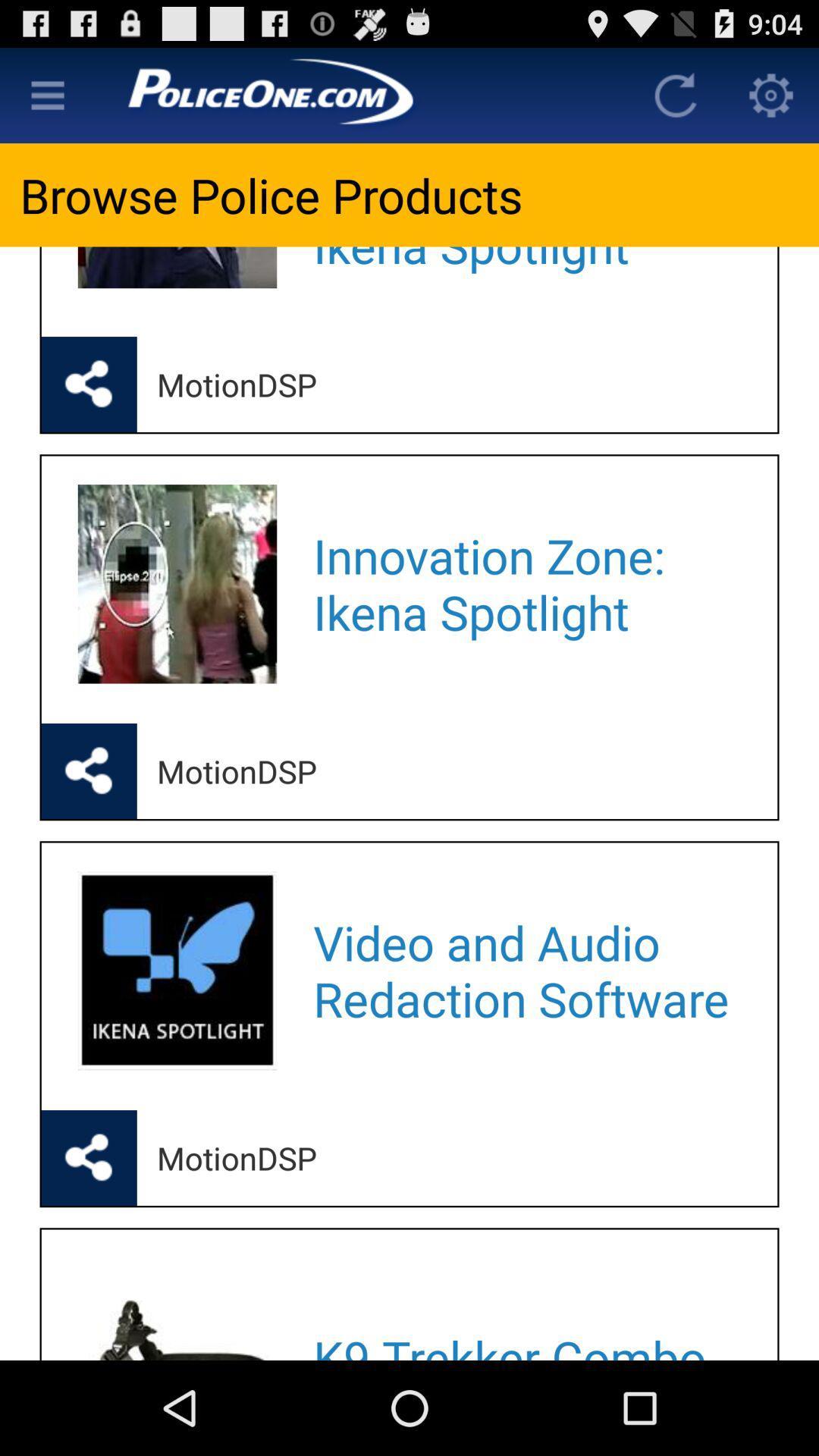 This screenshot has width=819, height=1456. I want to click on the app above the browse police products icon, so click(46, 94).